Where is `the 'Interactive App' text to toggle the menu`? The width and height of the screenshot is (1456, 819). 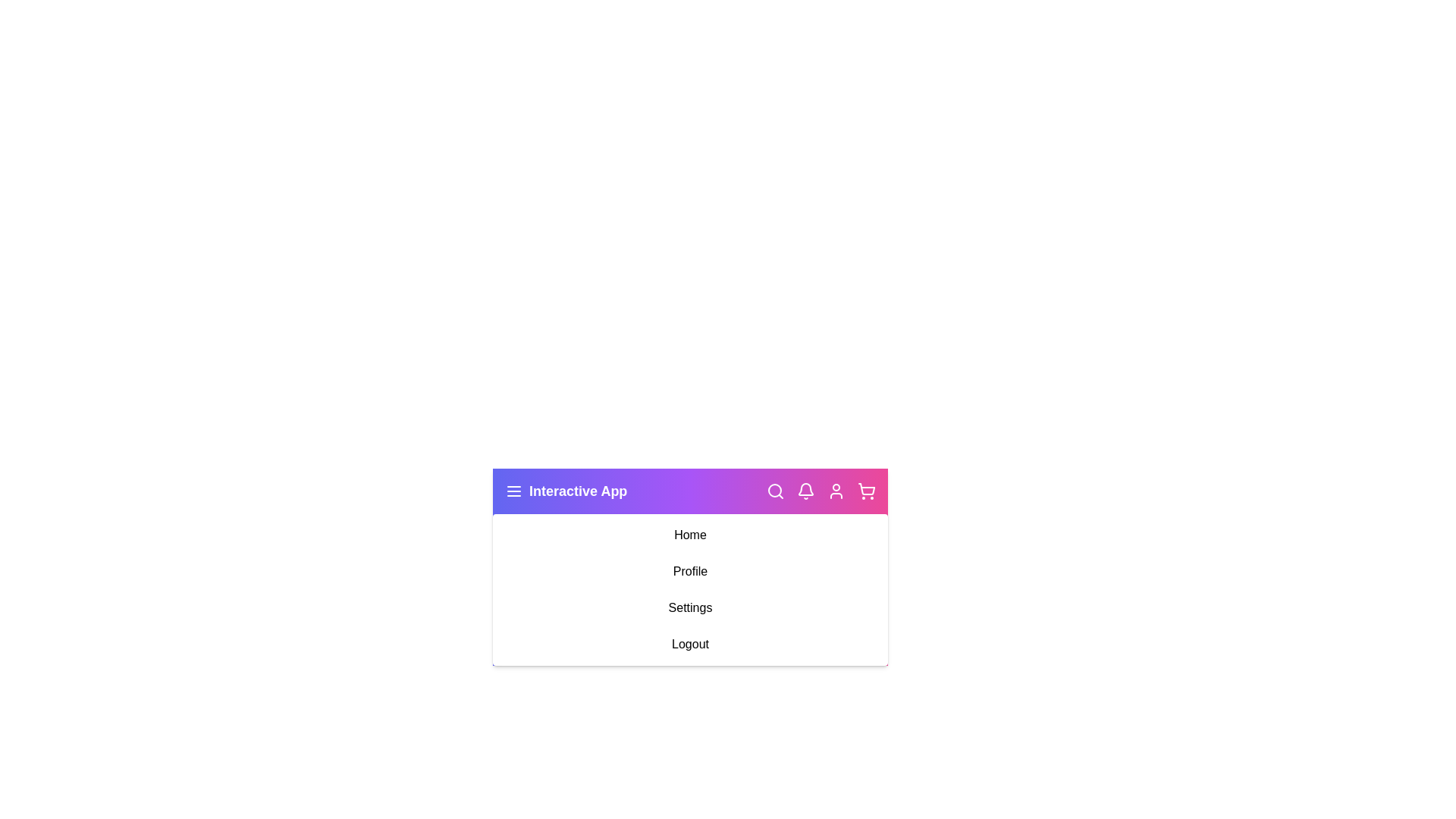
the 'Interactive App' text to toggle the menu is located at coordinates (564, 491).